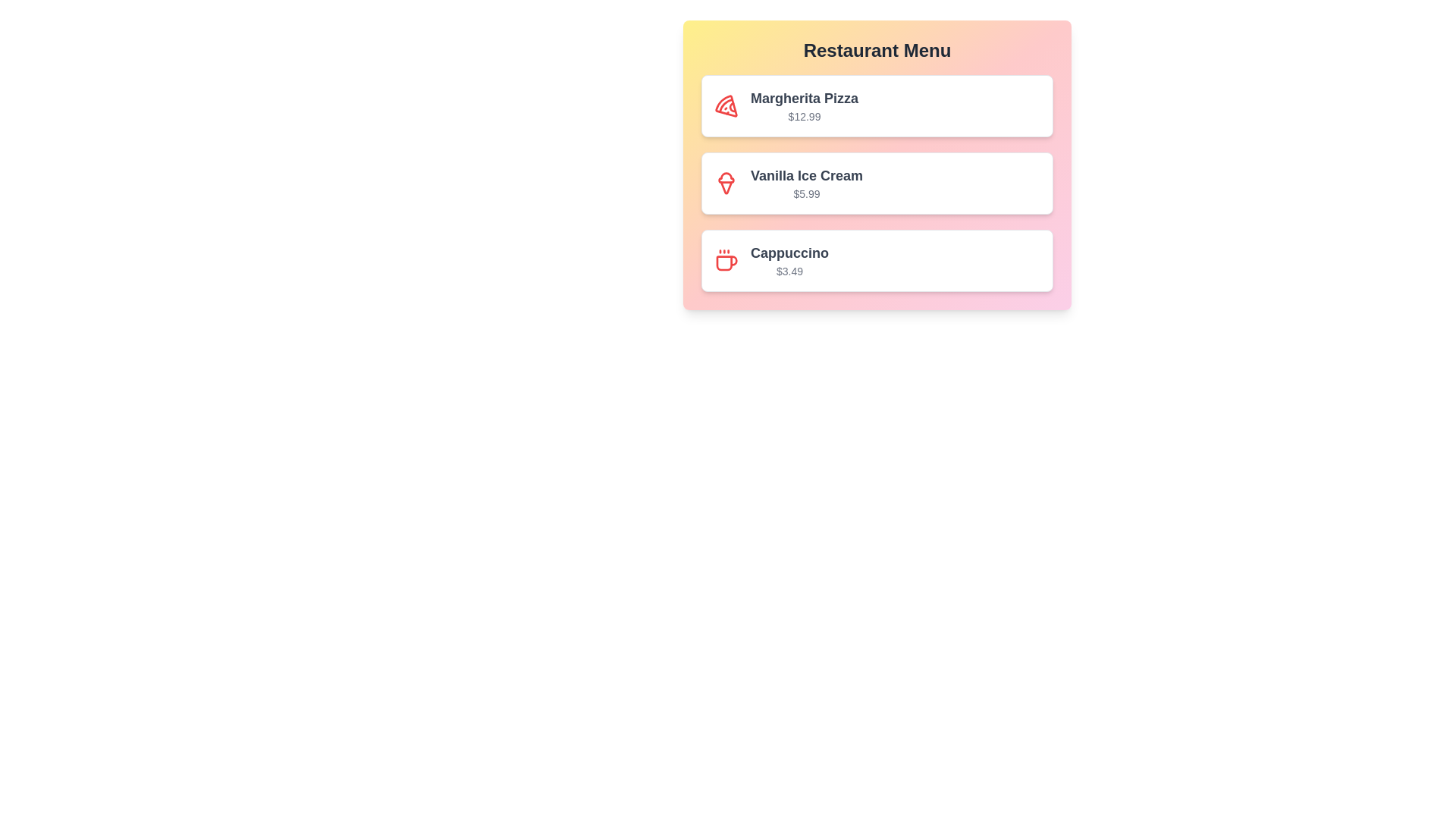  Describe the element at coordinates (877, 259) in the screenshot. I see `the menu item corresponding to Cappuccino` at that location.